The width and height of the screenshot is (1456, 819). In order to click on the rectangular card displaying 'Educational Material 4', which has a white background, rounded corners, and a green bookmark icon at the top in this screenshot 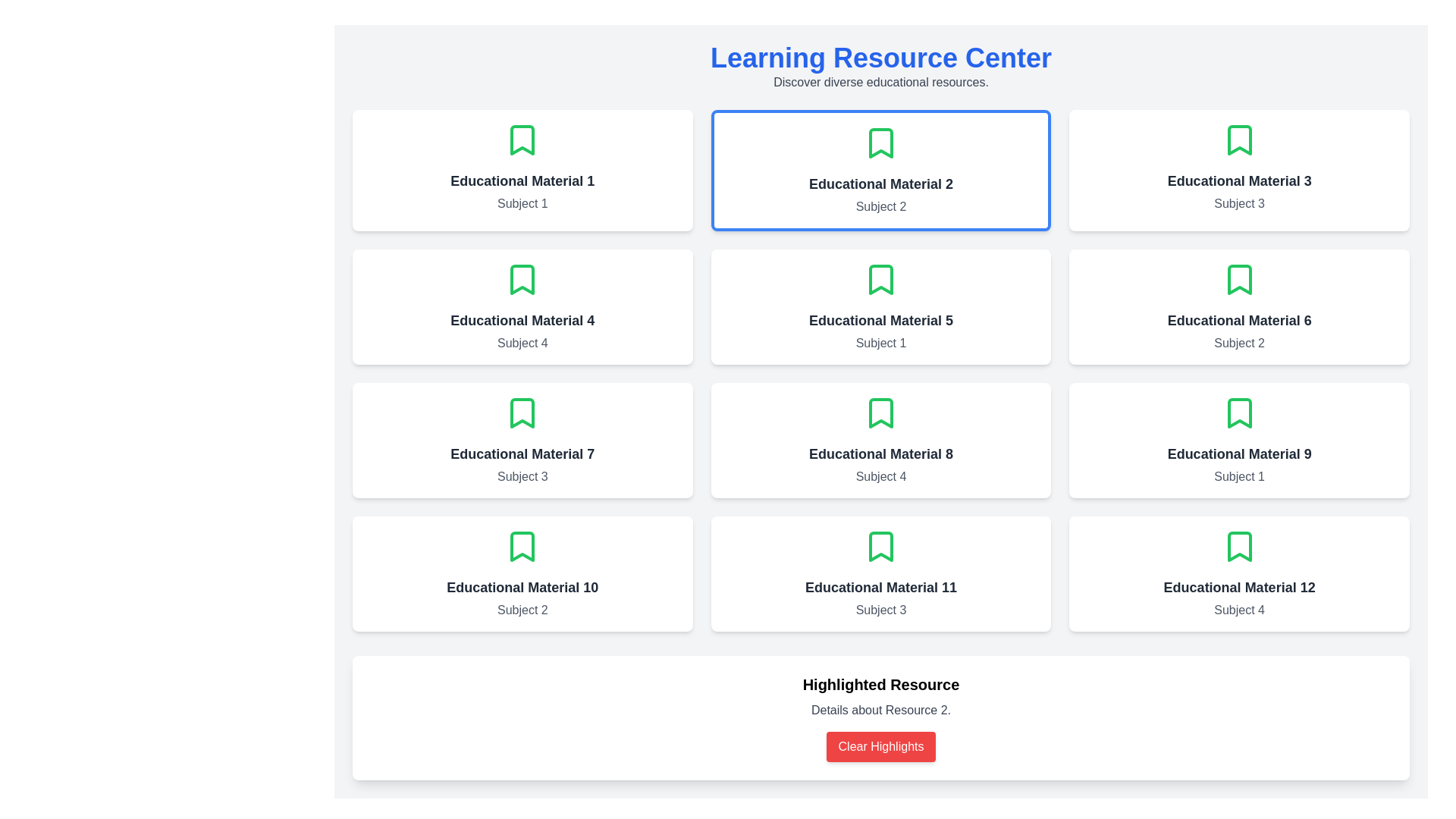, I will do `click(522, 307)`.